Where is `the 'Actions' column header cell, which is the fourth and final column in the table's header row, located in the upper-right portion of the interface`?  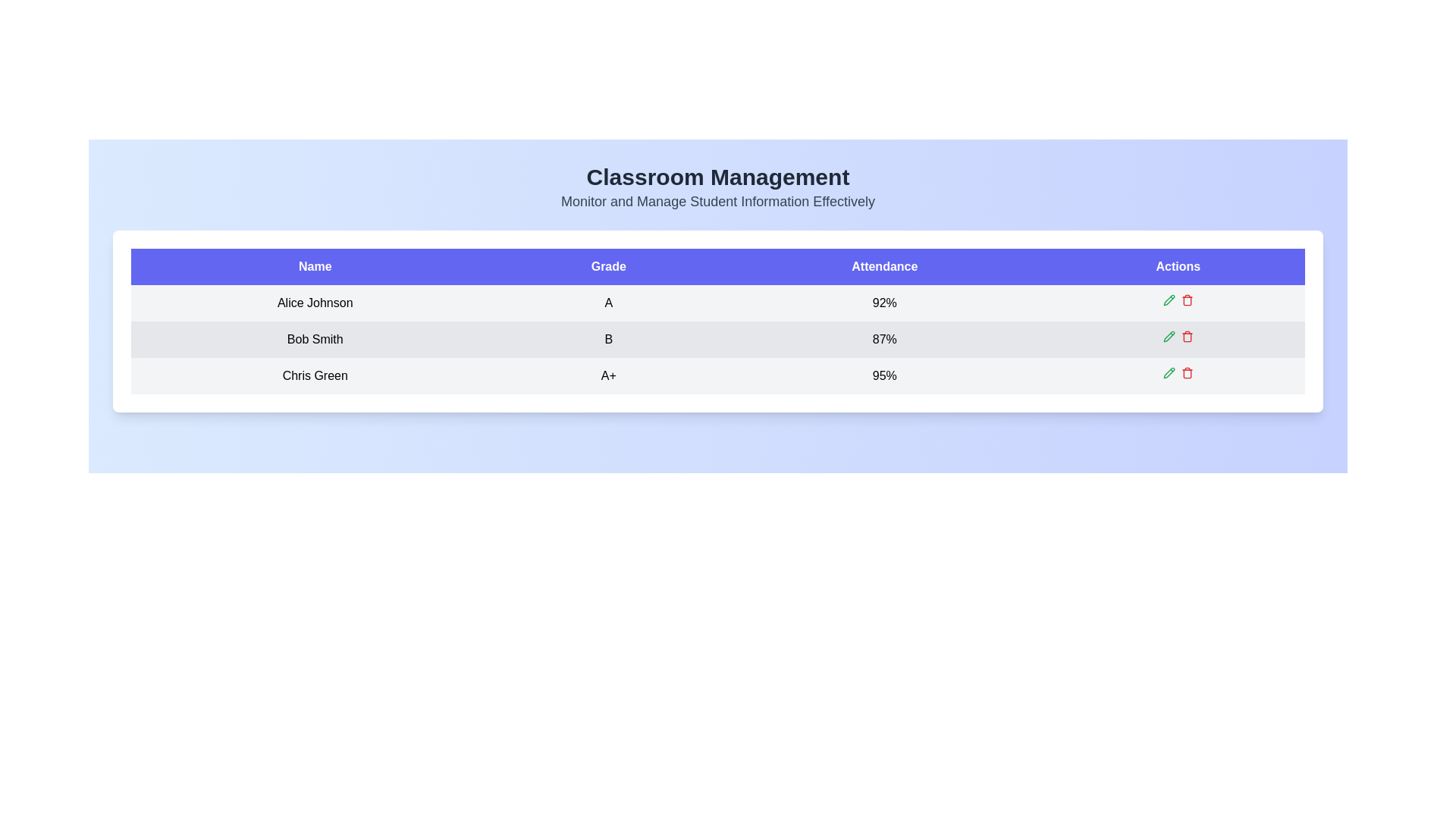
the 'Actions' column header cell, which is the fourth and final column in the table's header row, located in the upper-right portion of the interface is located at coordinates (1177, 265).